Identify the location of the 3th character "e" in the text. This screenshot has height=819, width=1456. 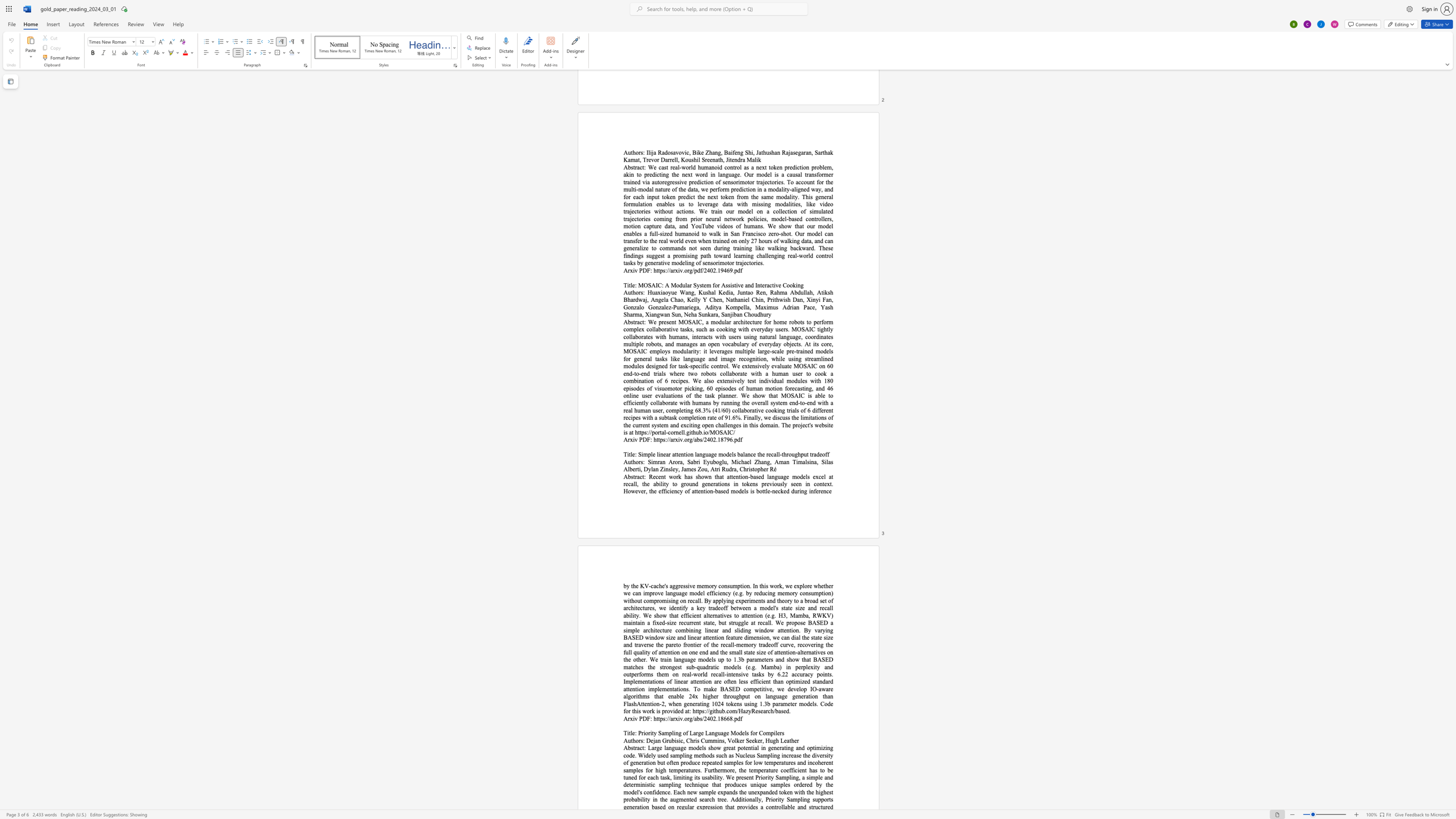
(743, 733).